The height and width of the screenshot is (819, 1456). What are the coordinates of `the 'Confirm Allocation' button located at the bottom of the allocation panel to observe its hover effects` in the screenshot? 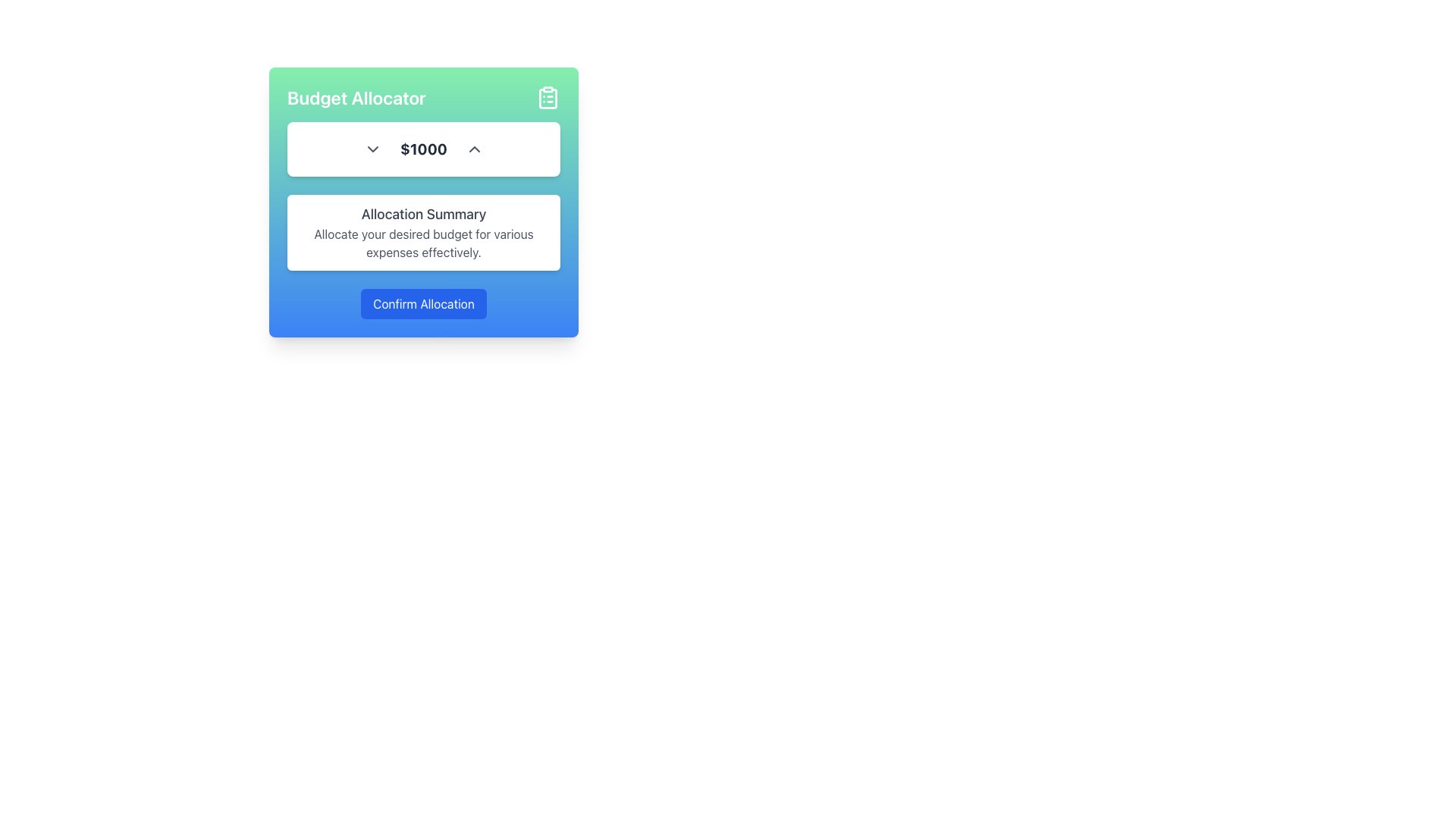 It's located at (423, 304).